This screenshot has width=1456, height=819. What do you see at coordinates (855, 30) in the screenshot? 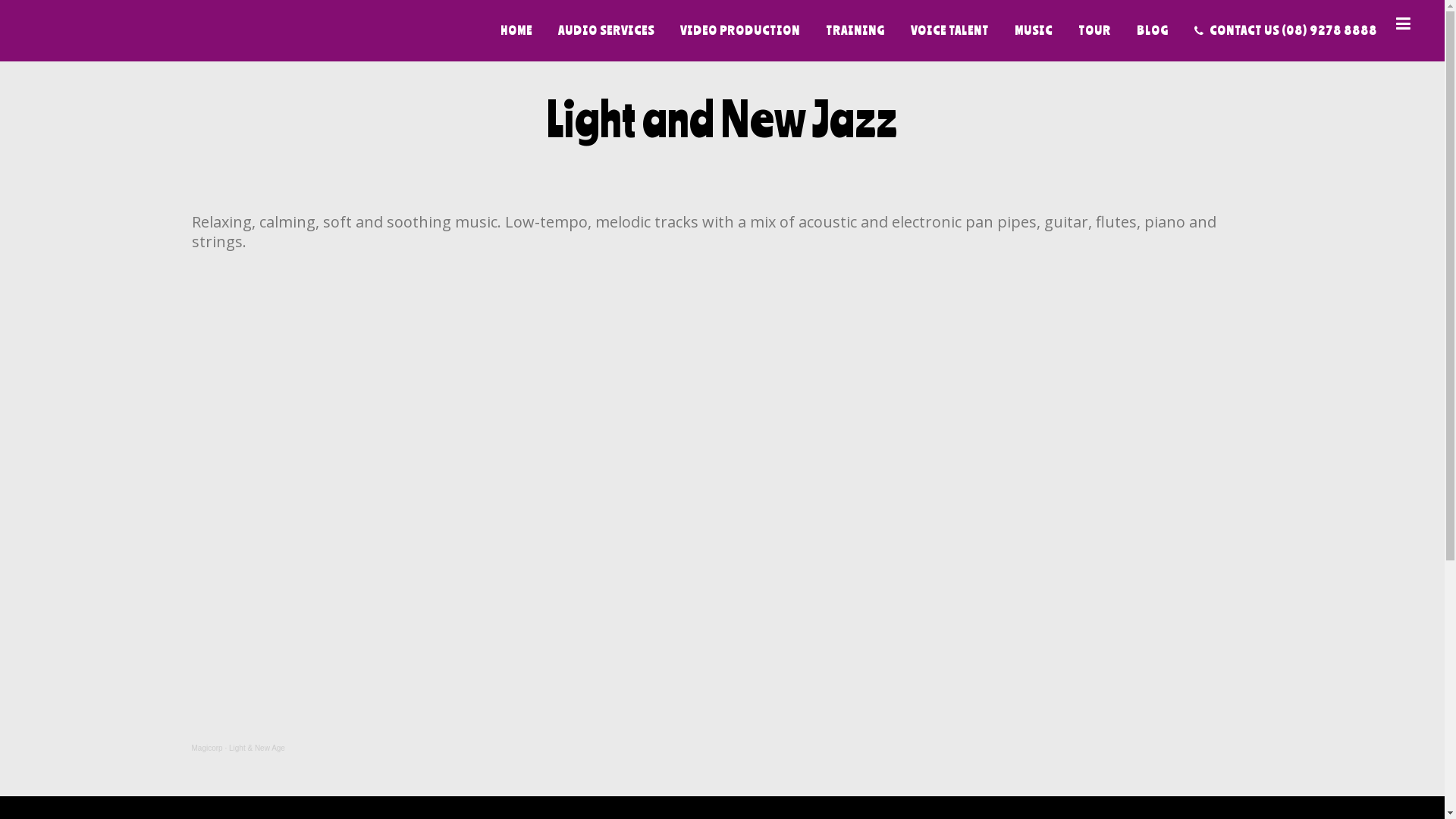
I see `'TRAINING'` at bounding box center [855, 30].